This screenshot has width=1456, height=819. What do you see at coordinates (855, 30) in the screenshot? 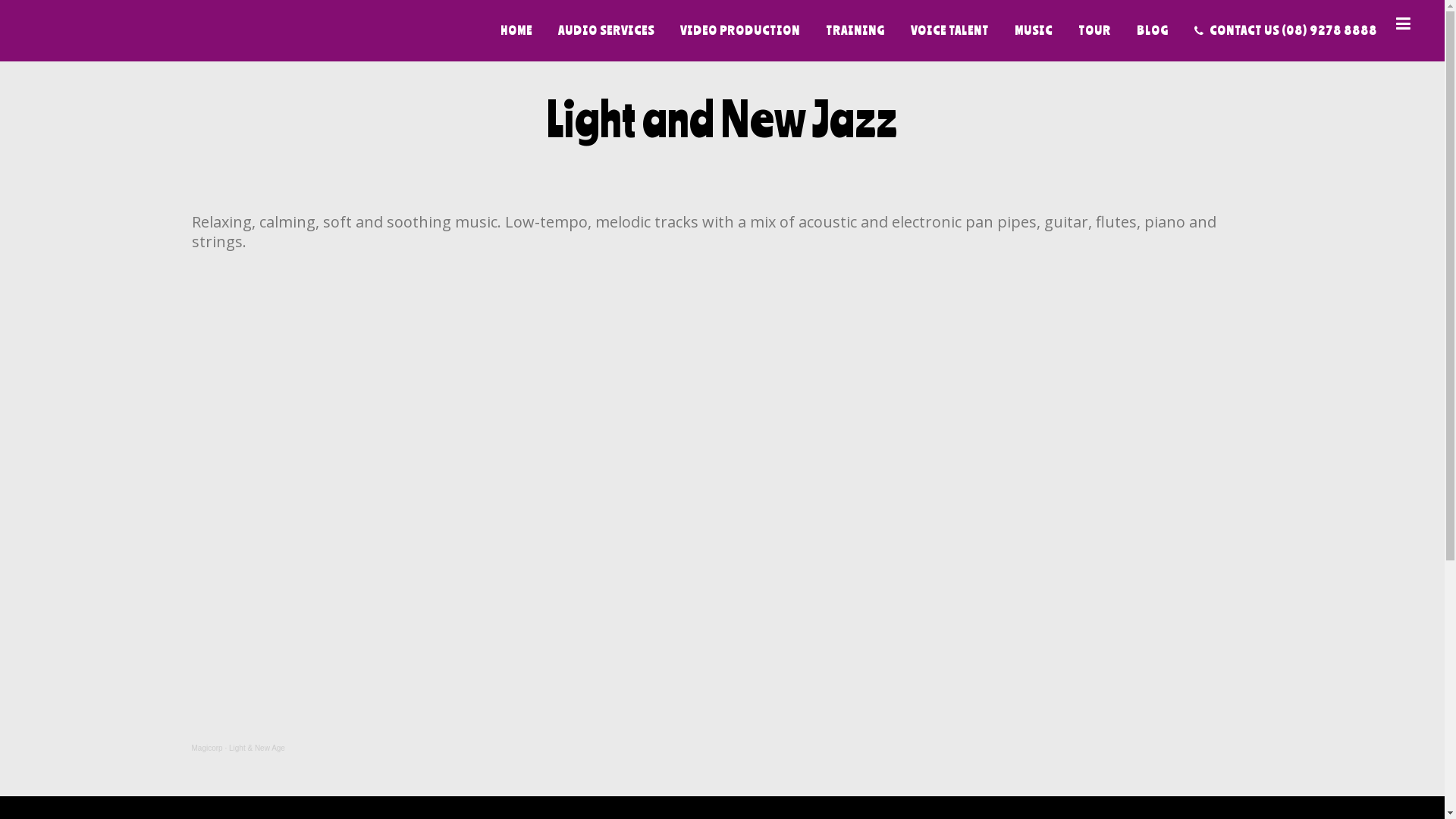
I see `'TRAINING'` at bounding box center [855, 30].